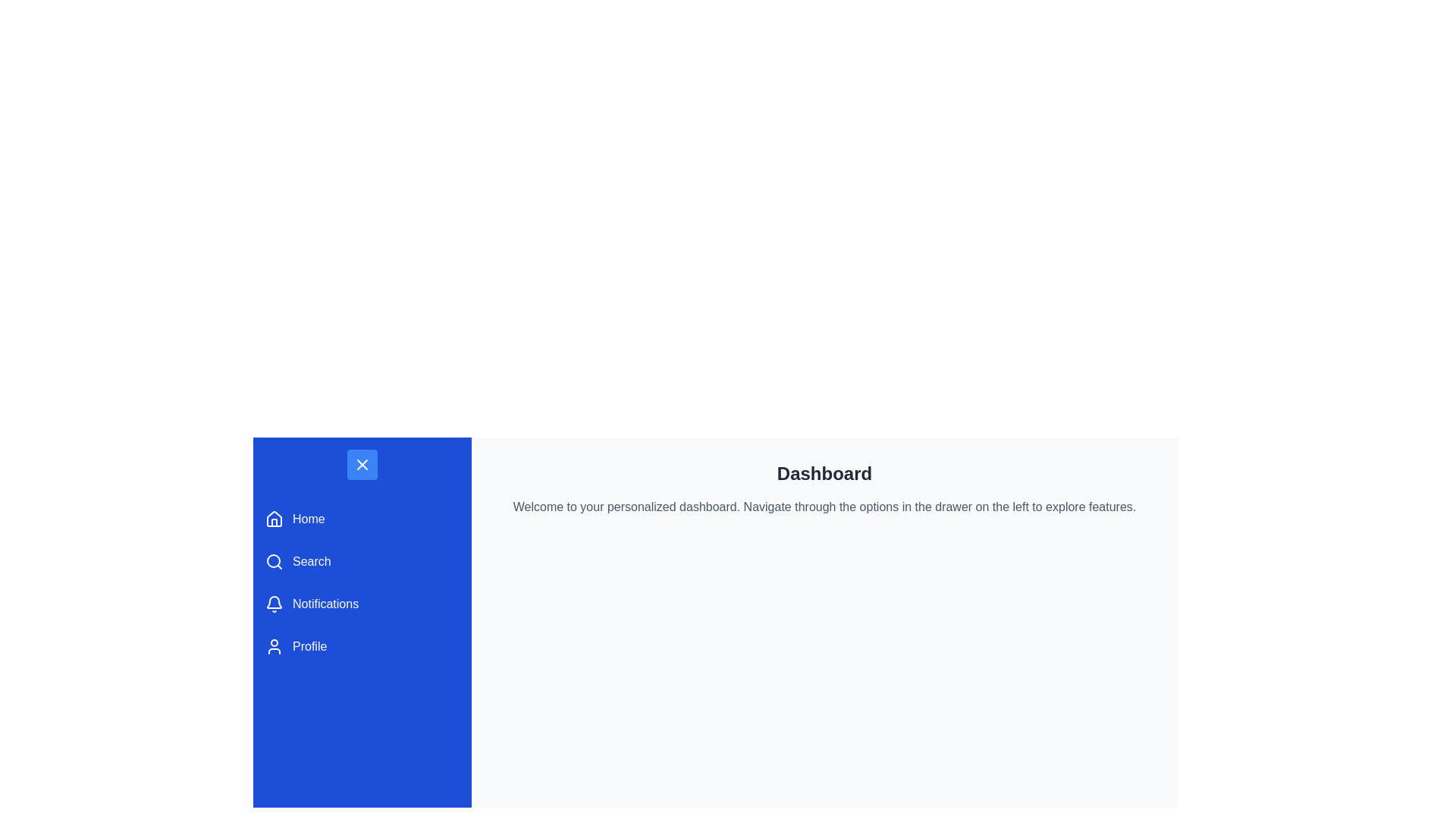 Image resolution: width=1456 pixels, height=819 pixels. I want to click on the 'Search' button with a blue background, which is the second item in the vertical navigation menu, so click(362, 561).